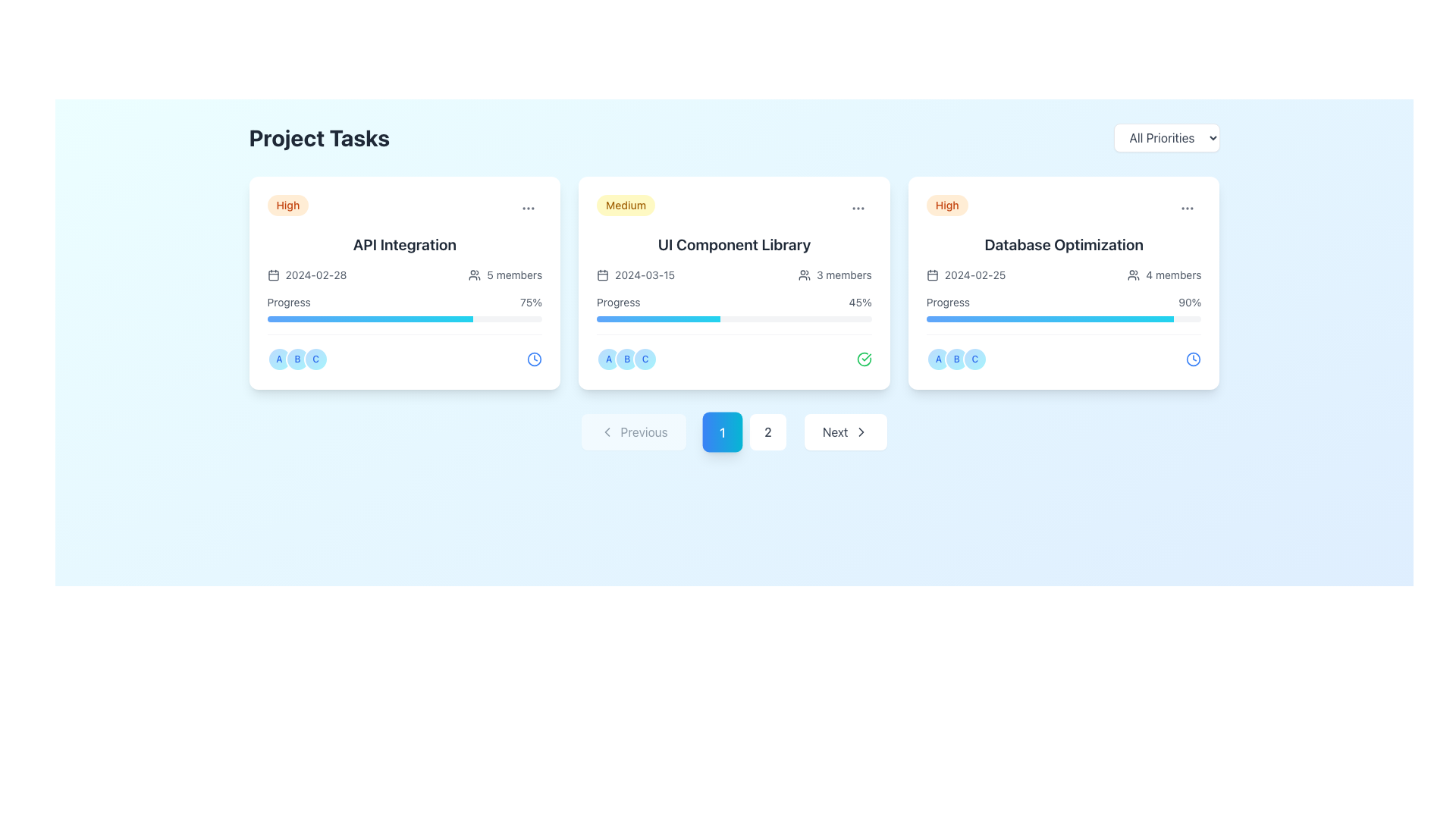 This screenshot has width=1456, height=819. I want to click on the middle circular avatar with text that represents a user or entity in the UI Component Library, located below the progress bar, so click(627, 359).